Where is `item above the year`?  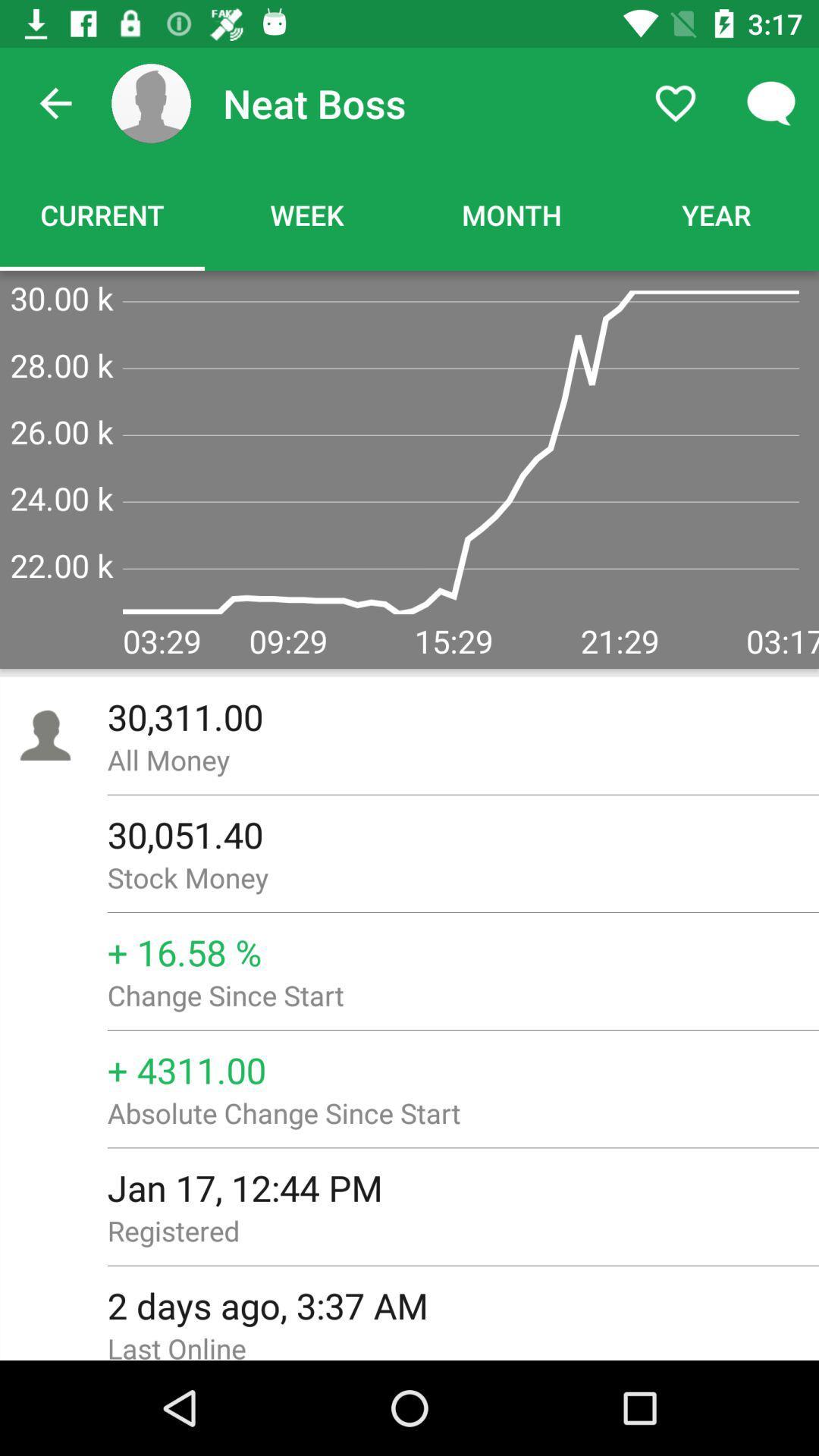 item above the year is located at coordinates (771, 102).